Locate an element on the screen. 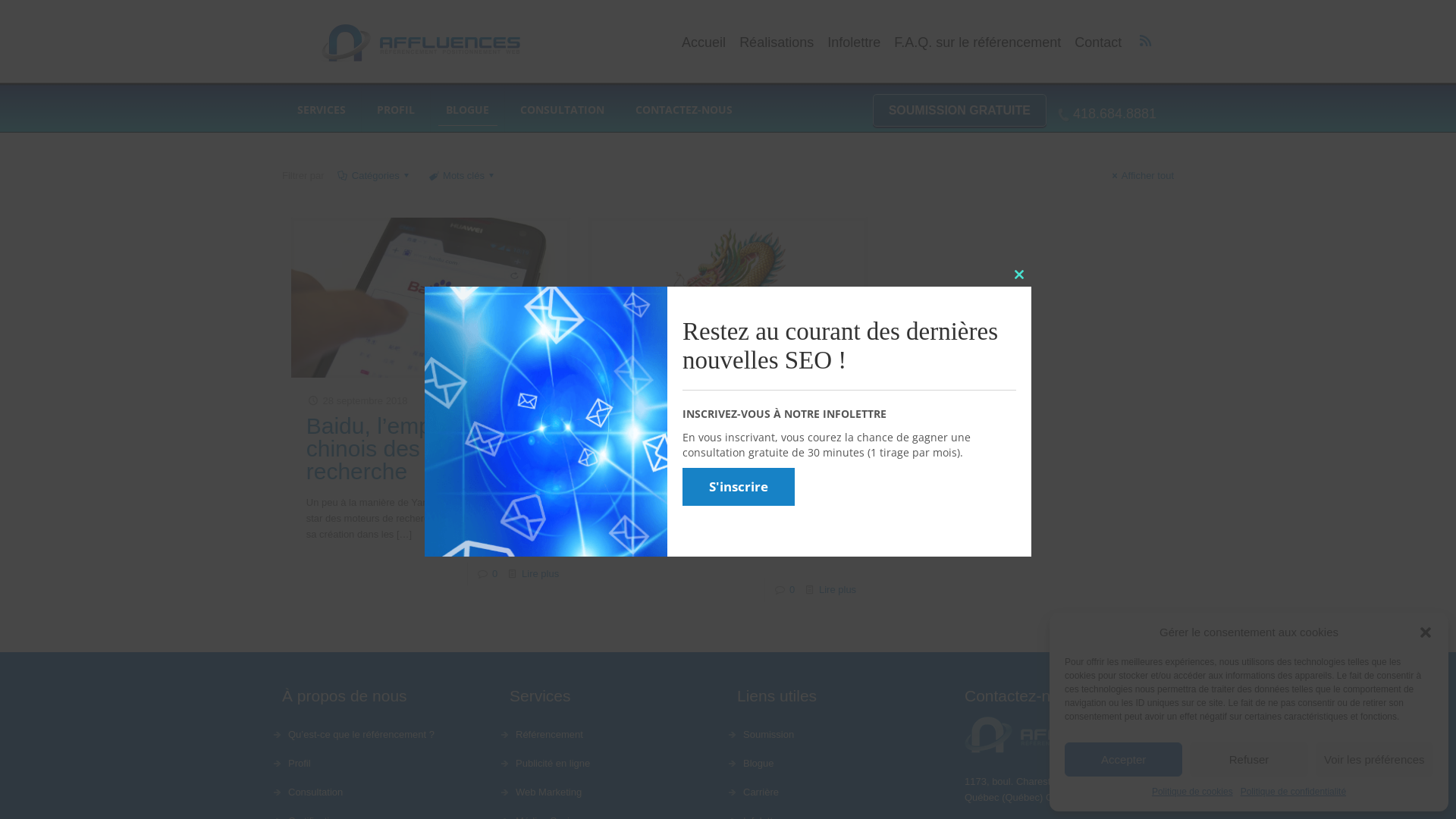  'S'inscrire' is located at coordinates (739, 486).